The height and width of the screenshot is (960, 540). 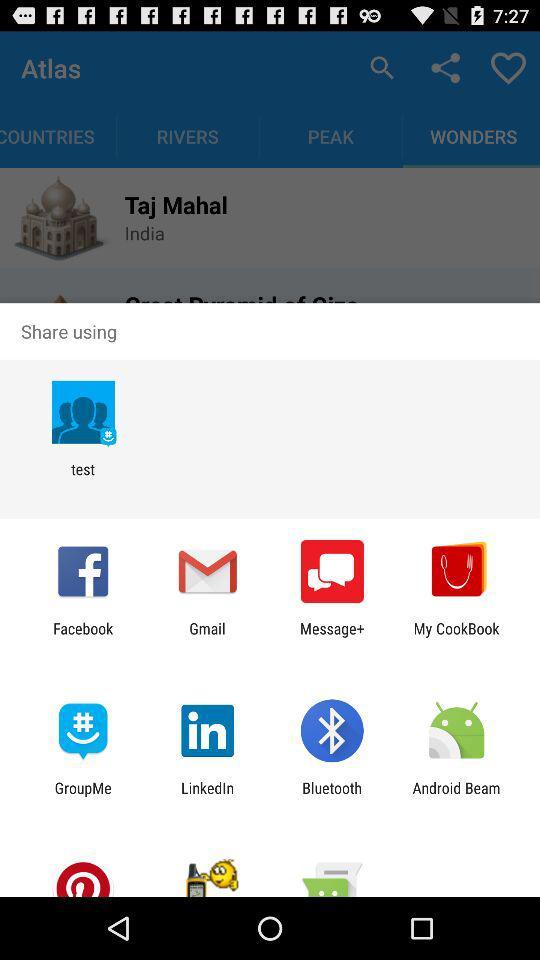 I want to click on linkedin icon, so click(x=206, y=796).